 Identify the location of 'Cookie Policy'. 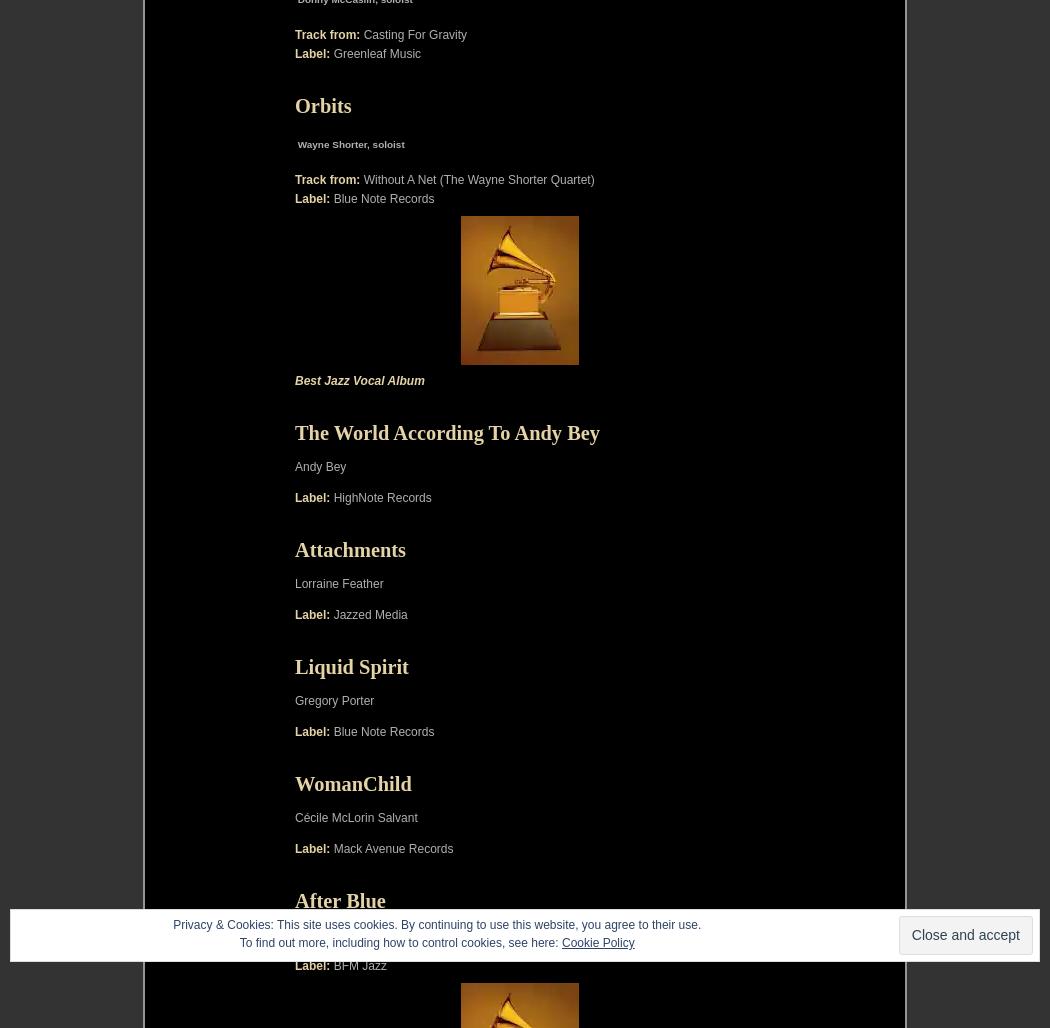
(596, 942).